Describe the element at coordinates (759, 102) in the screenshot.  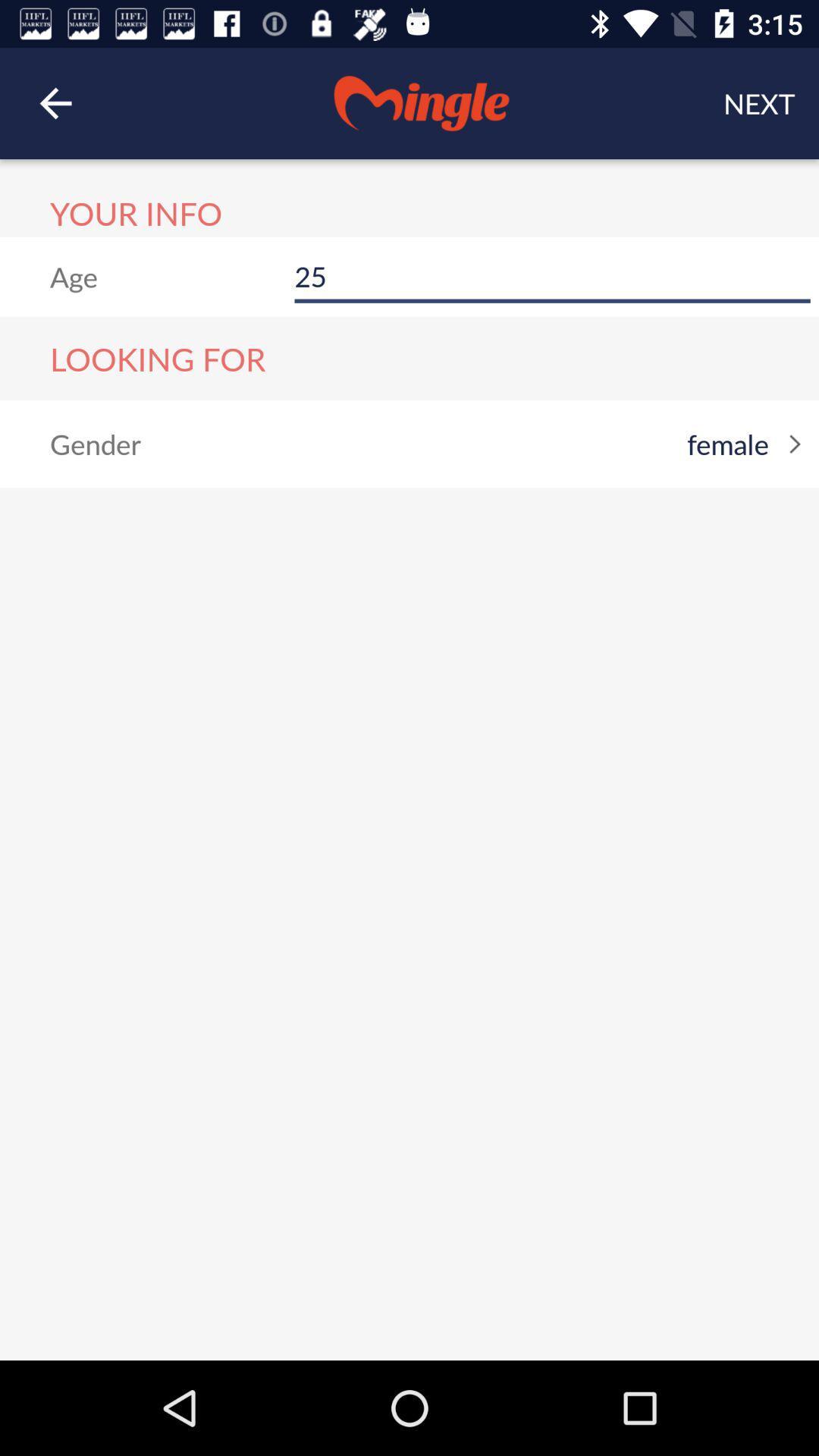
I see `item above the 25 icon` at that location.